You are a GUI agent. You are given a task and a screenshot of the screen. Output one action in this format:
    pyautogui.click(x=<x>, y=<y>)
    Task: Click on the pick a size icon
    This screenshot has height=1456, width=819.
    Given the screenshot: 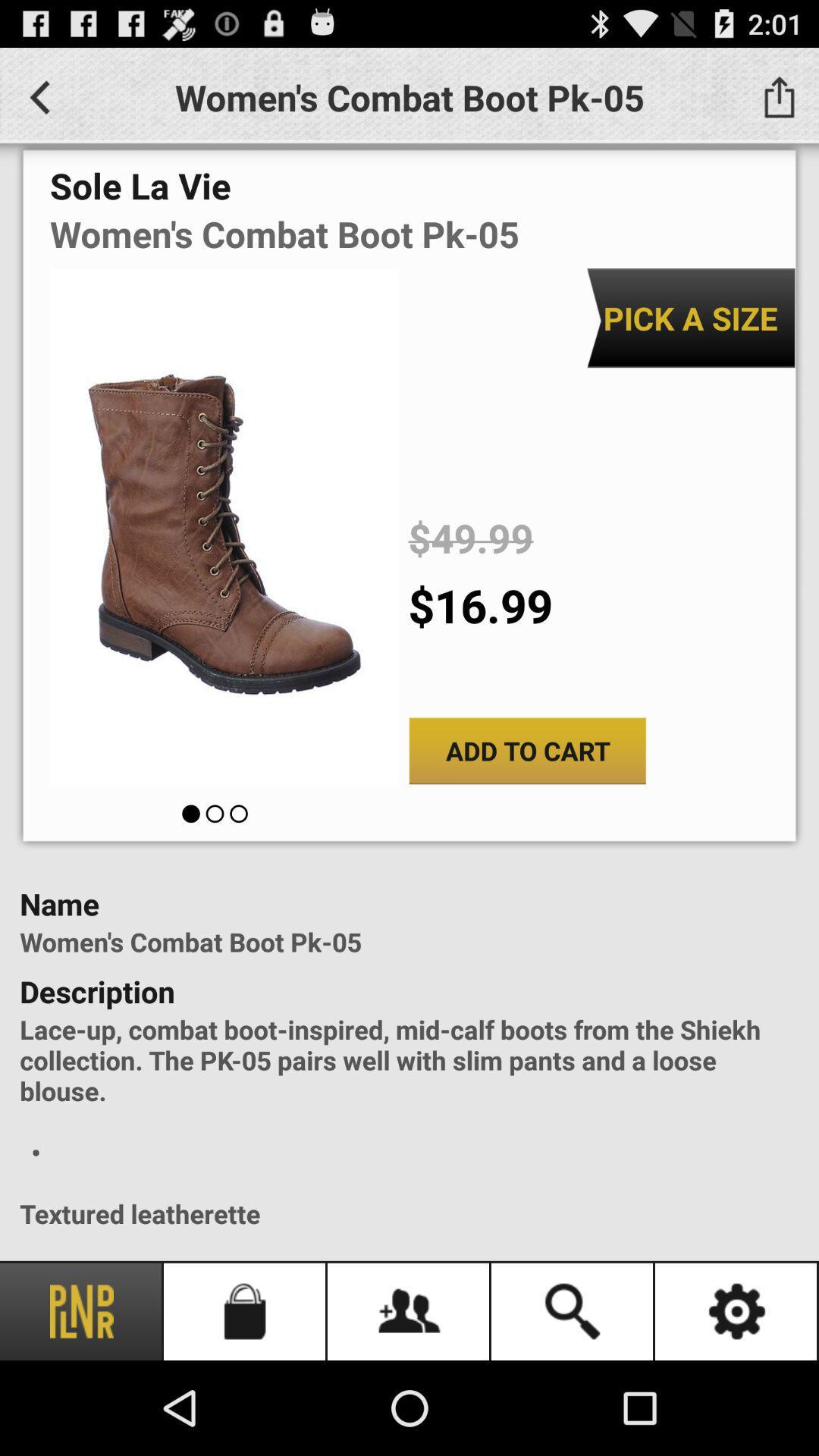 What is the action you would take?
    pyautogui.click(x=690, y=317)
    